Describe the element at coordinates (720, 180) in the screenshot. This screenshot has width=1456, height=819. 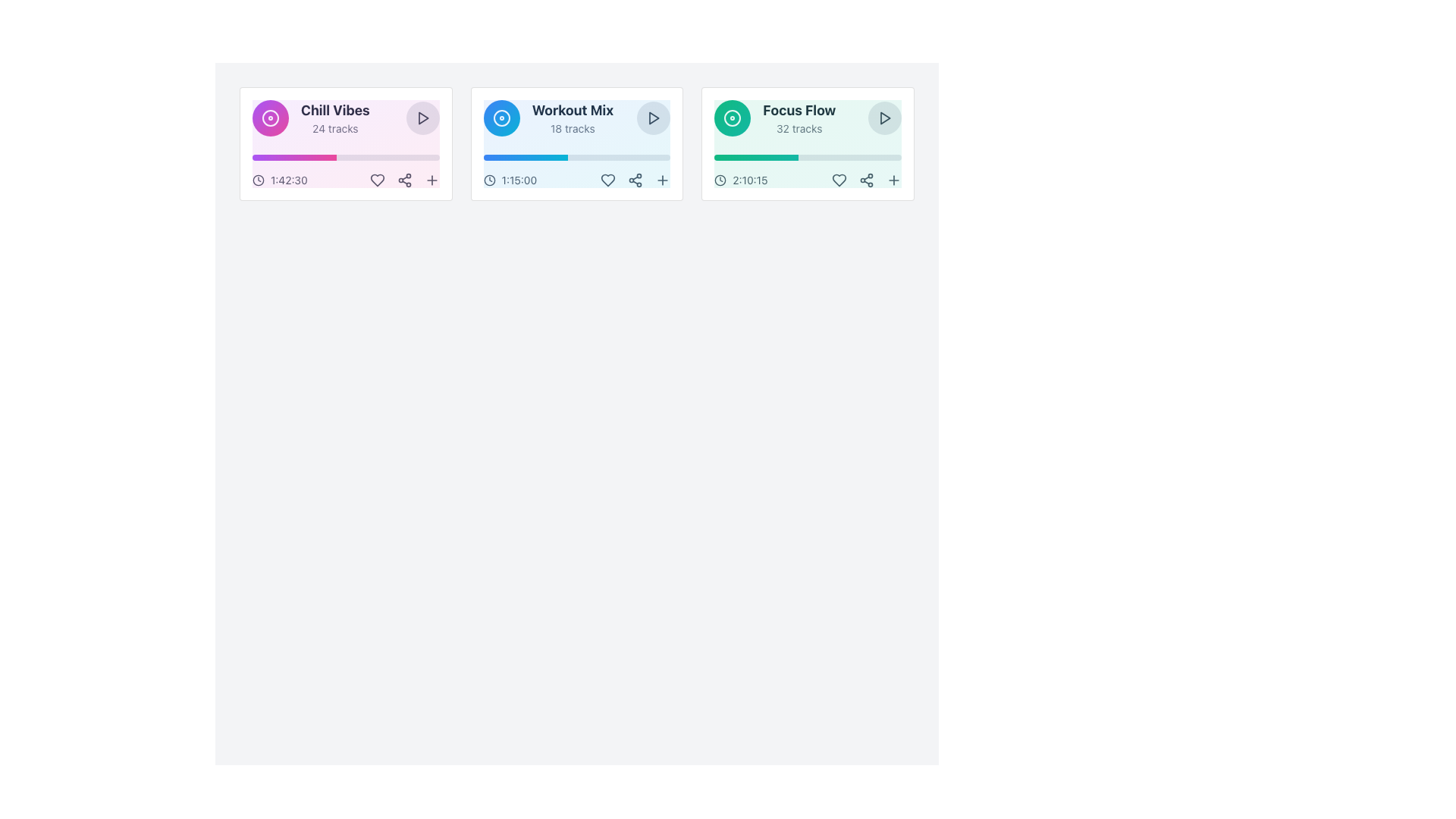
I see `the decorative clock icon represented by the circular SVG element located in the 'Focus Flow' card near the bottom left corner` at that location.